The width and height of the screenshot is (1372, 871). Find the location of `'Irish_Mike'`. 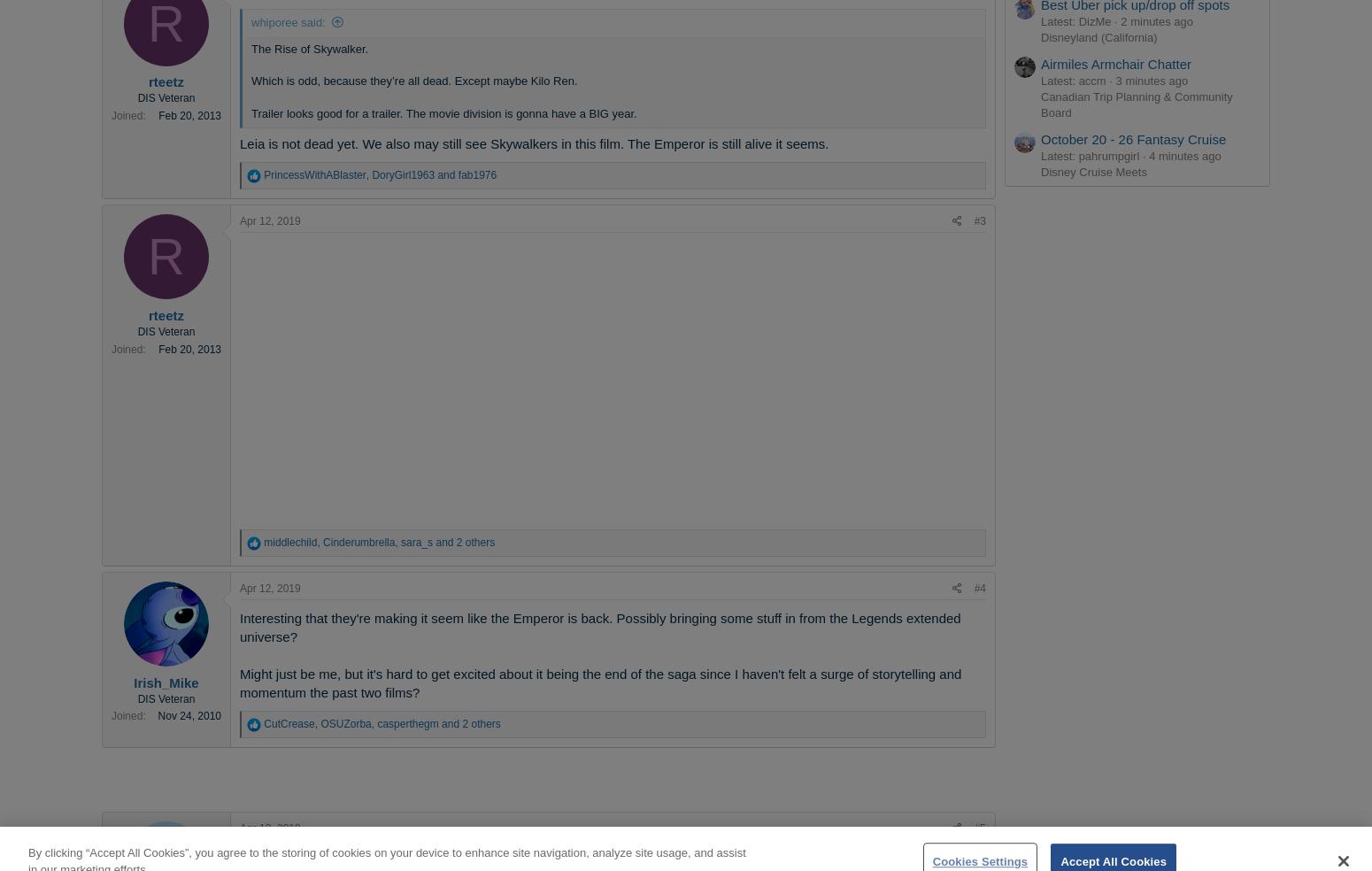

'Irish_Mike' is located at coordinates (133, 681).